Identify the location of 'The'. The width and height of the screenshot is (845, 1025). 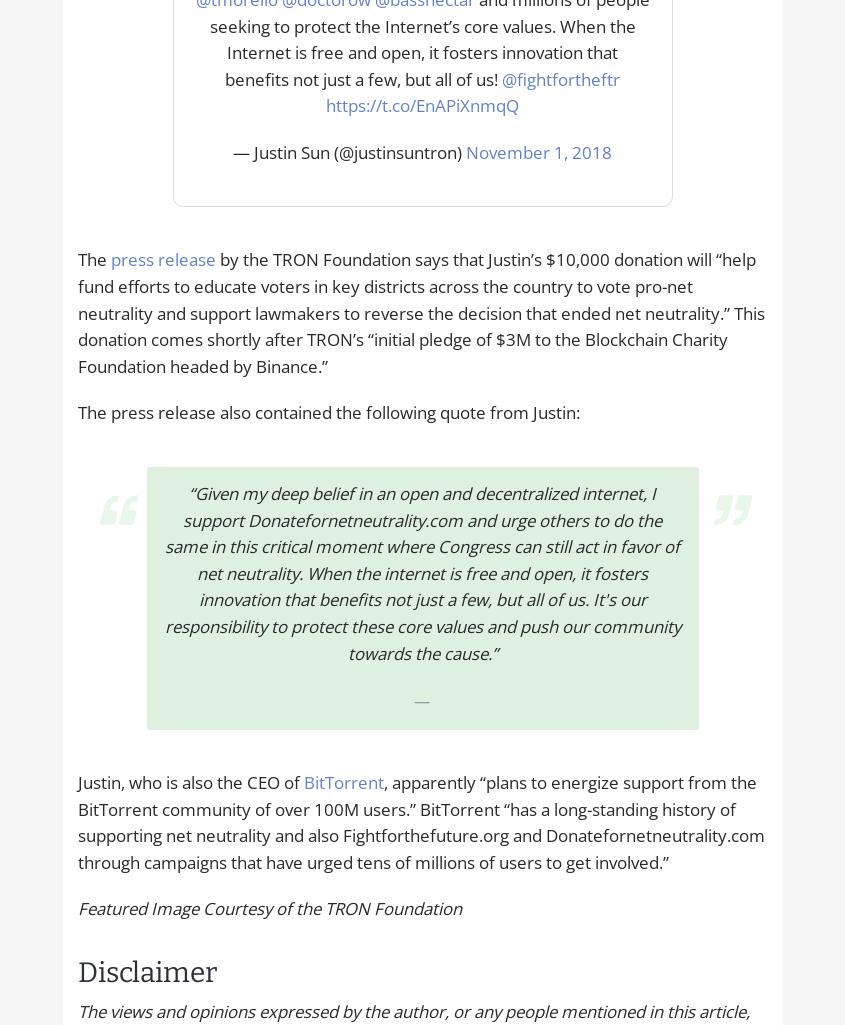
(93, 258).